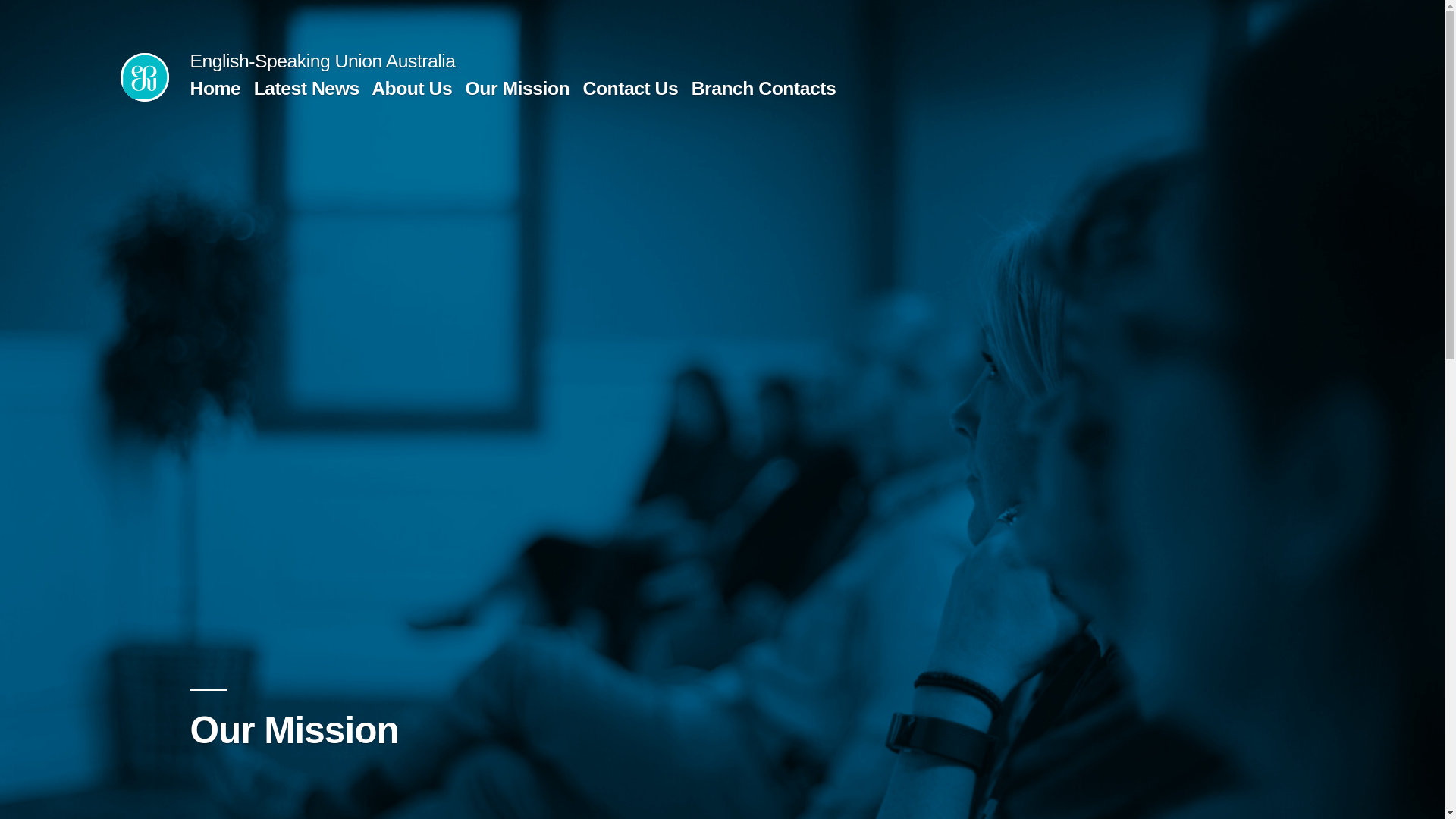 Image resolution: width=1456 pixels, height=819 pixels. I want to click on 'Latest News', so click(254, 88).